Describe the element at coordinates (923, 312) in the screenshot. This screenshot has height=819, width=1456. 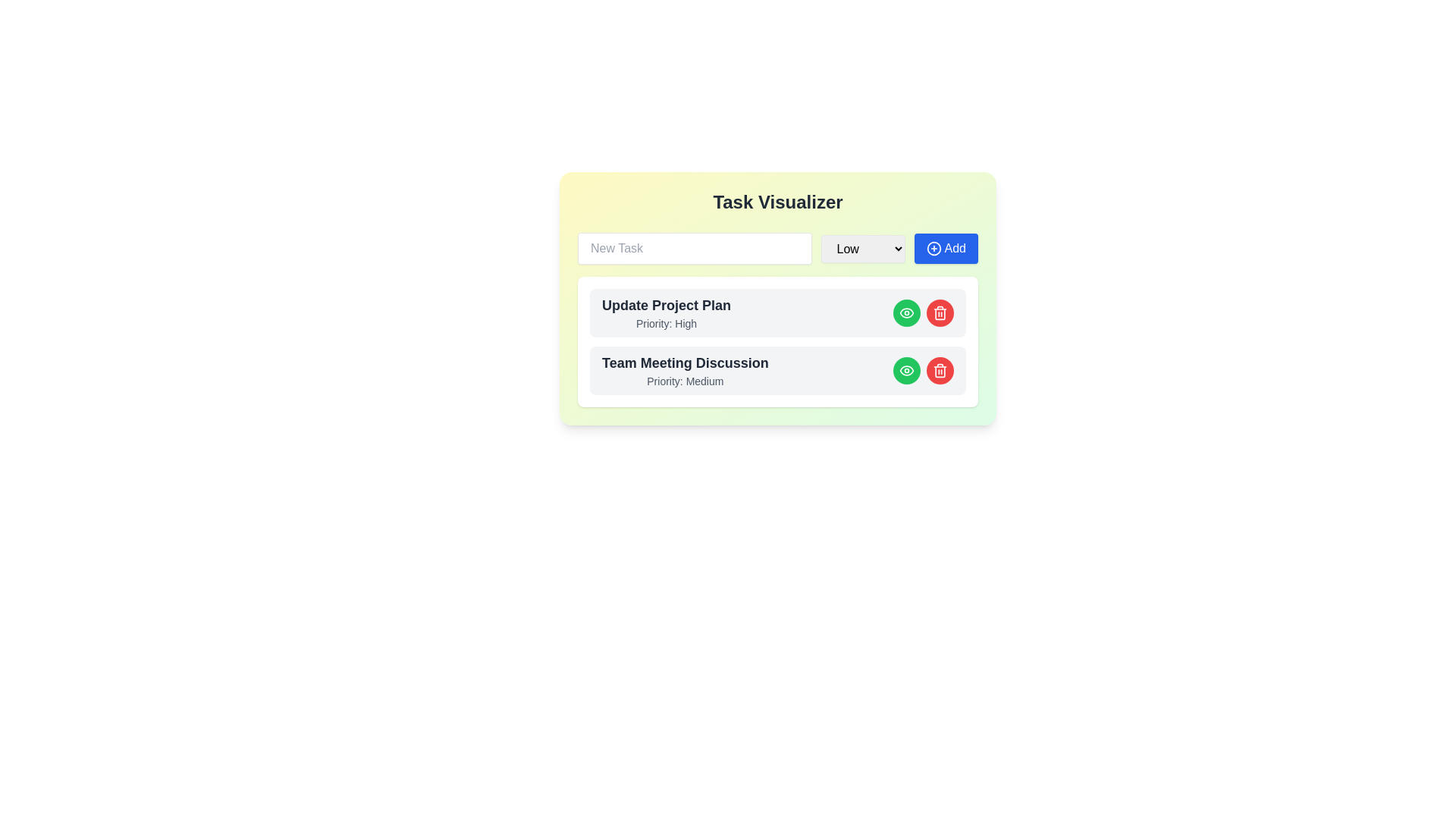
I see `the green button (eye icon) in the action buttons group located at the rightmost side of the task row labeled 'Update Project Plan - Priority: High'` at that location.